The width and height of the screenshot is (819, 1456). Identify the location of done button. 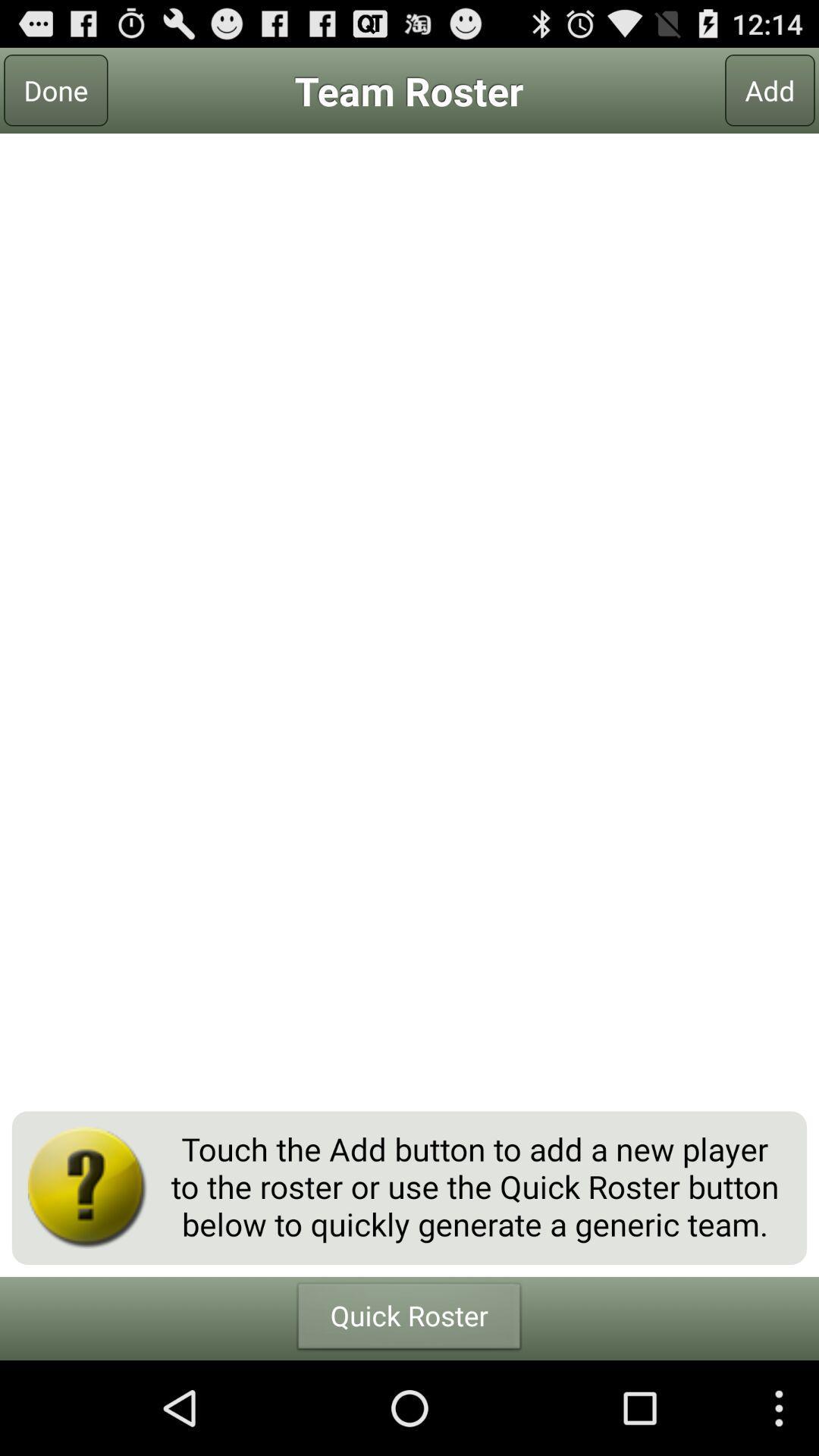
(55, 89).